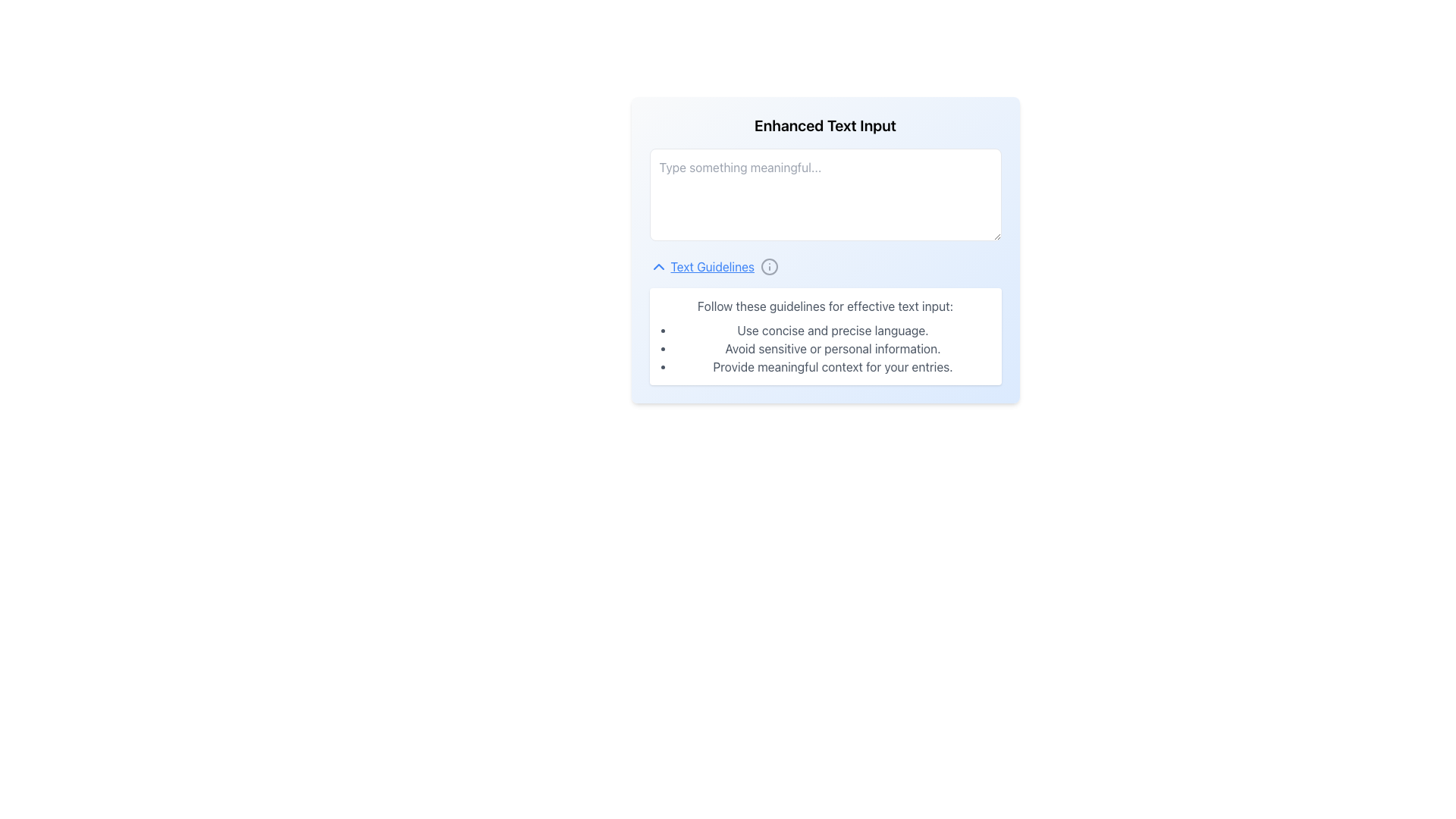 This screenshot has width=1456, height=819. Describe the element at coordinates (832, 329) in the screenshot. I see `the first list item stating 'Use concise and precise language.' in the guidelines section` at that location.